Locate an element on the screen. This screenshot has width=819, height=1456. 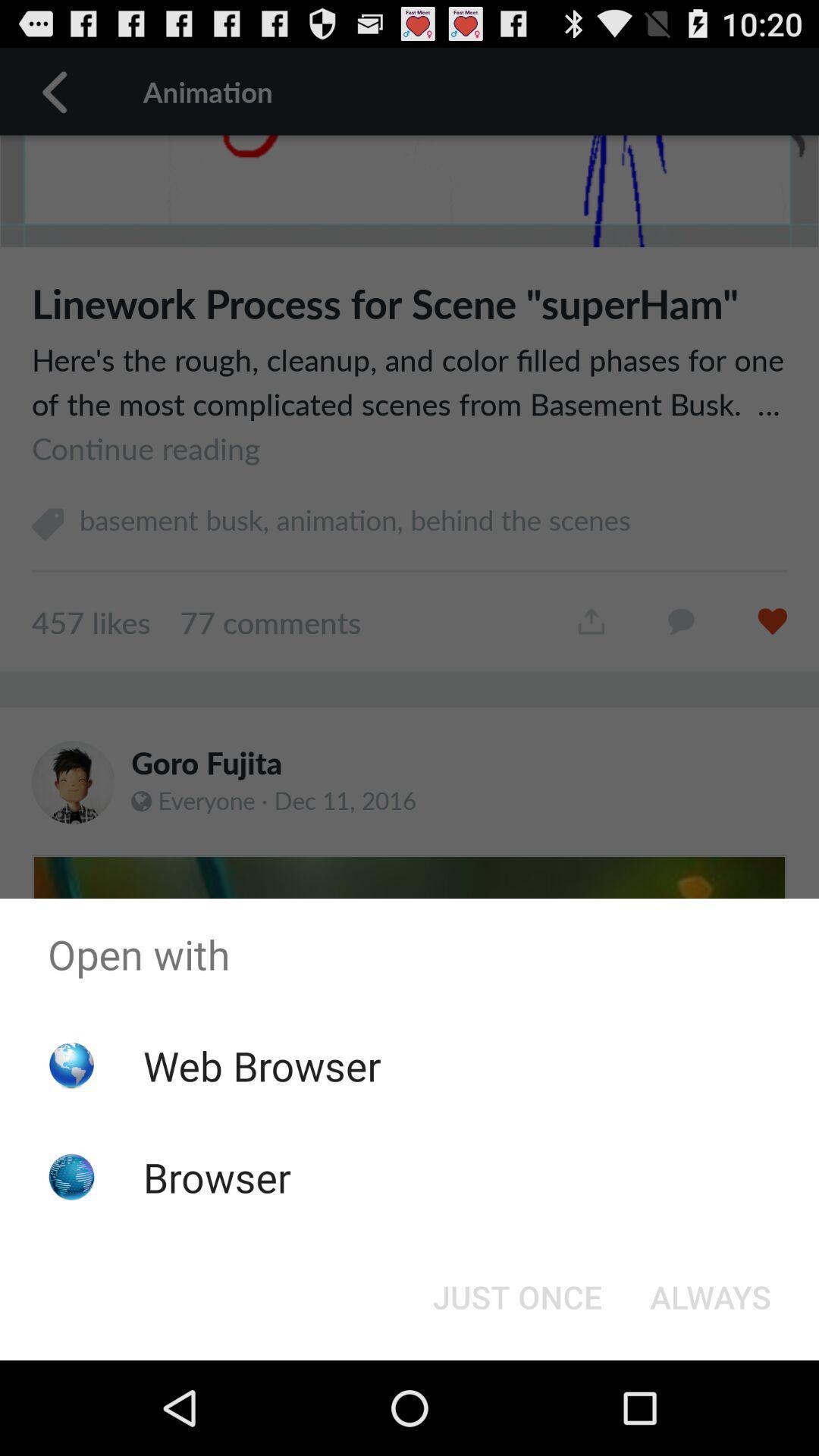
web browser is located at coordinates (261, 1065).